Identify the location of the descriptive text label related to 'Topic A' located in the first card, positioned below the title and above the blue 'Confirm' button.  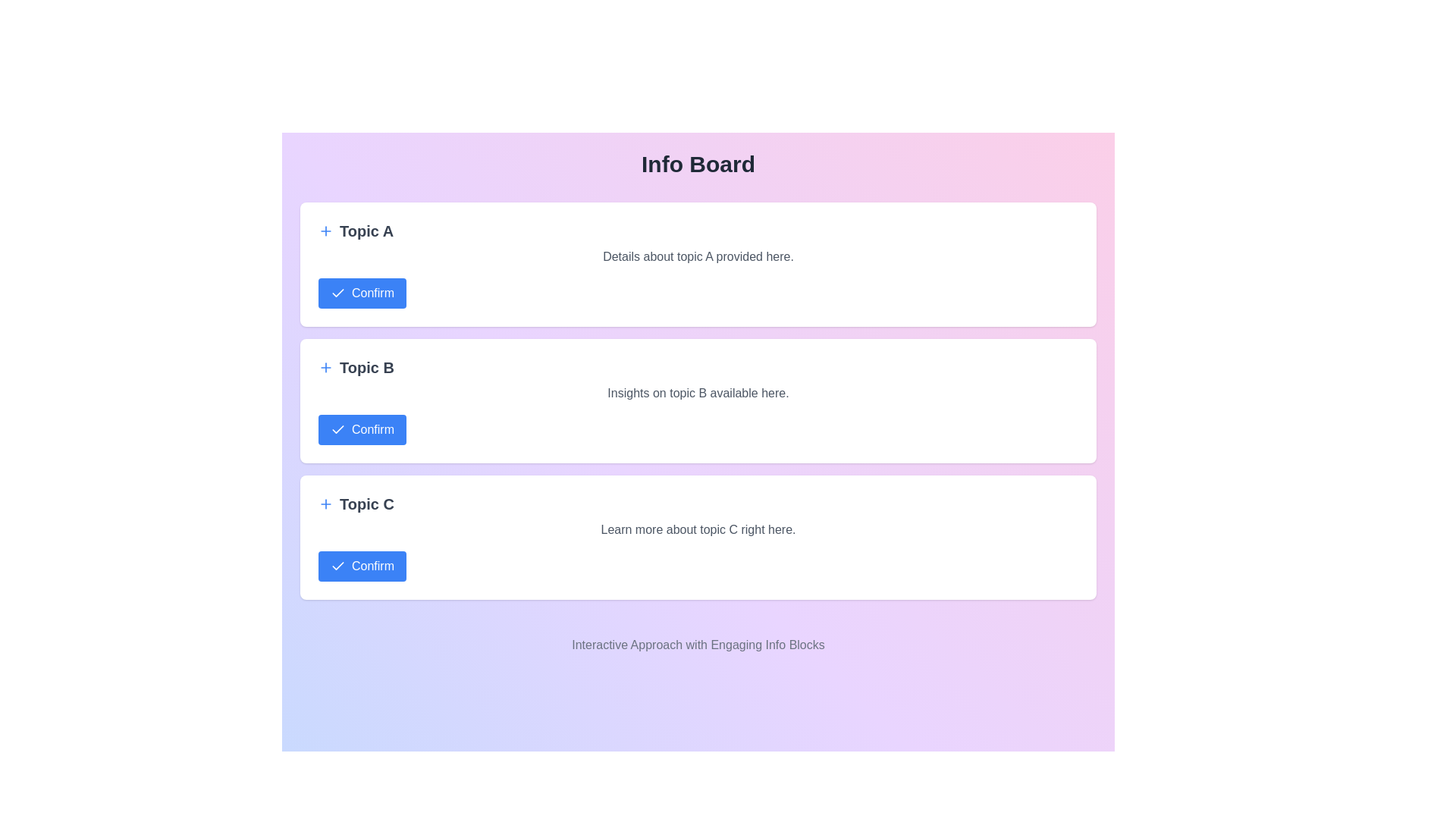
(698, 256).